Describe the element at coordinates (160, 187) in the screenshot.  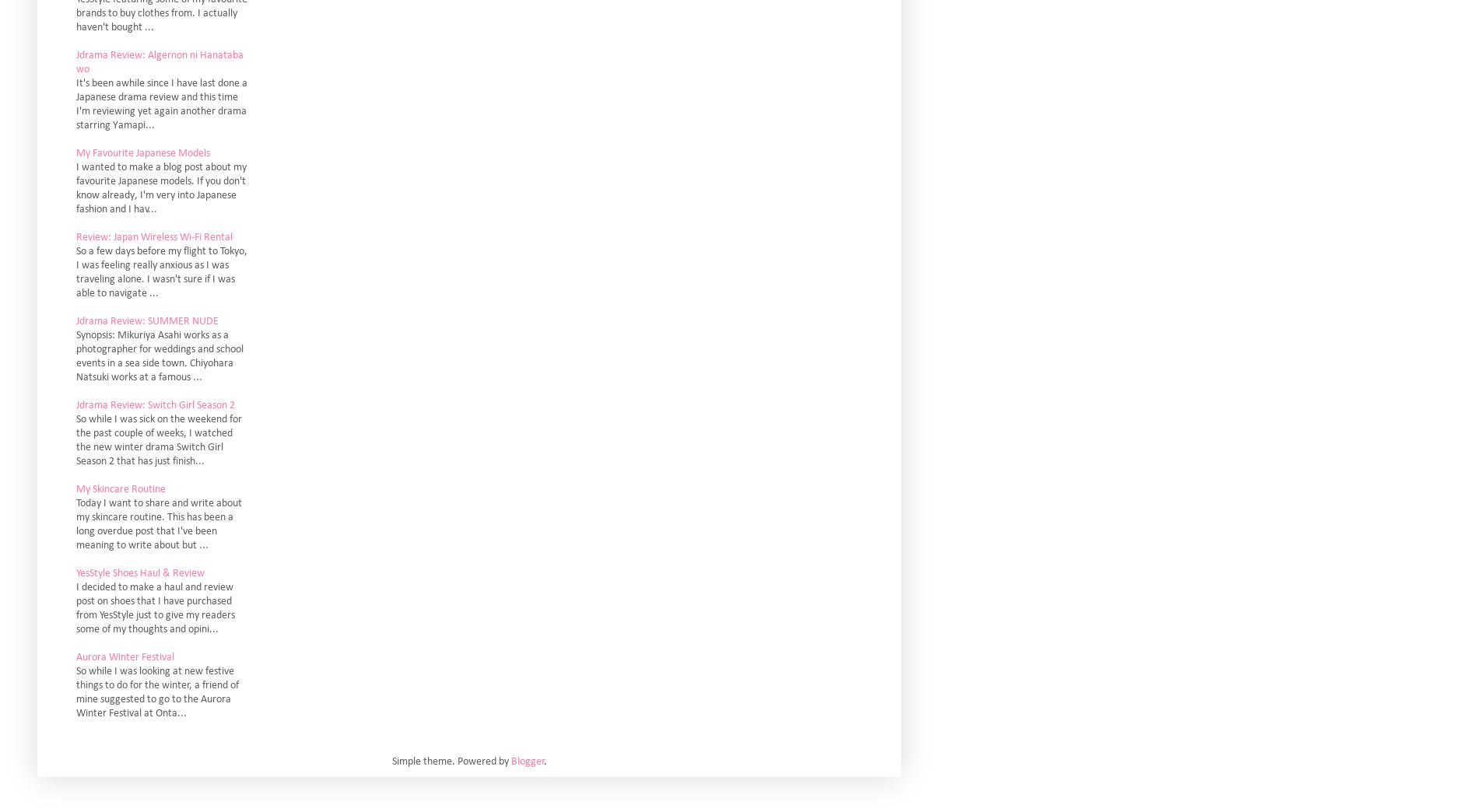
I see `'I wanted to make a blog post about my favourite Japanese models. If you don't know already, I'm very into Japanese fashion and I hav...'` at that location.